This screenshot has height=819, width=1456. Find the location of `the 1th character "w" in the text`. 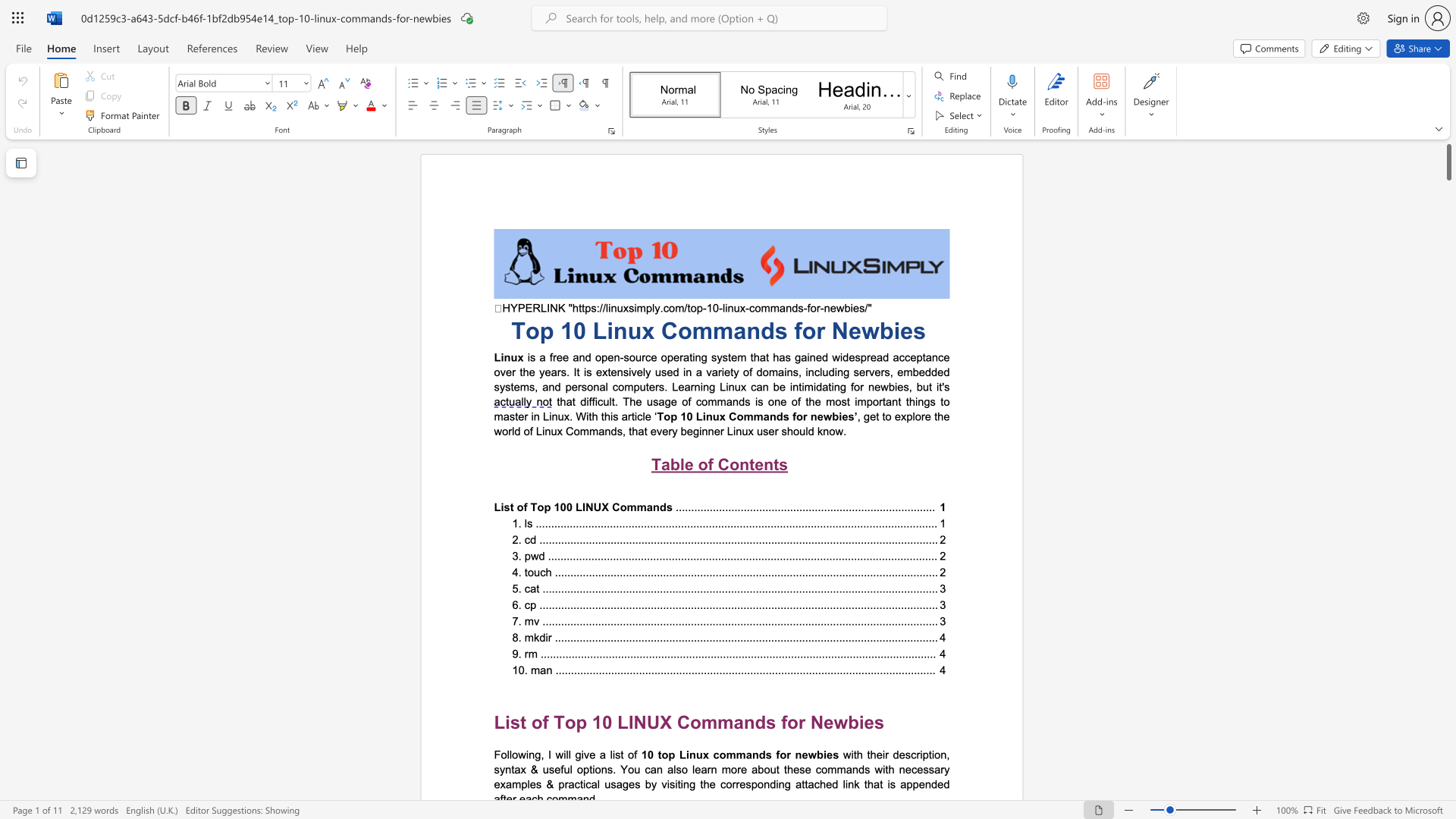

the 1th character "w" in the text is located at coordinates (827, 416).